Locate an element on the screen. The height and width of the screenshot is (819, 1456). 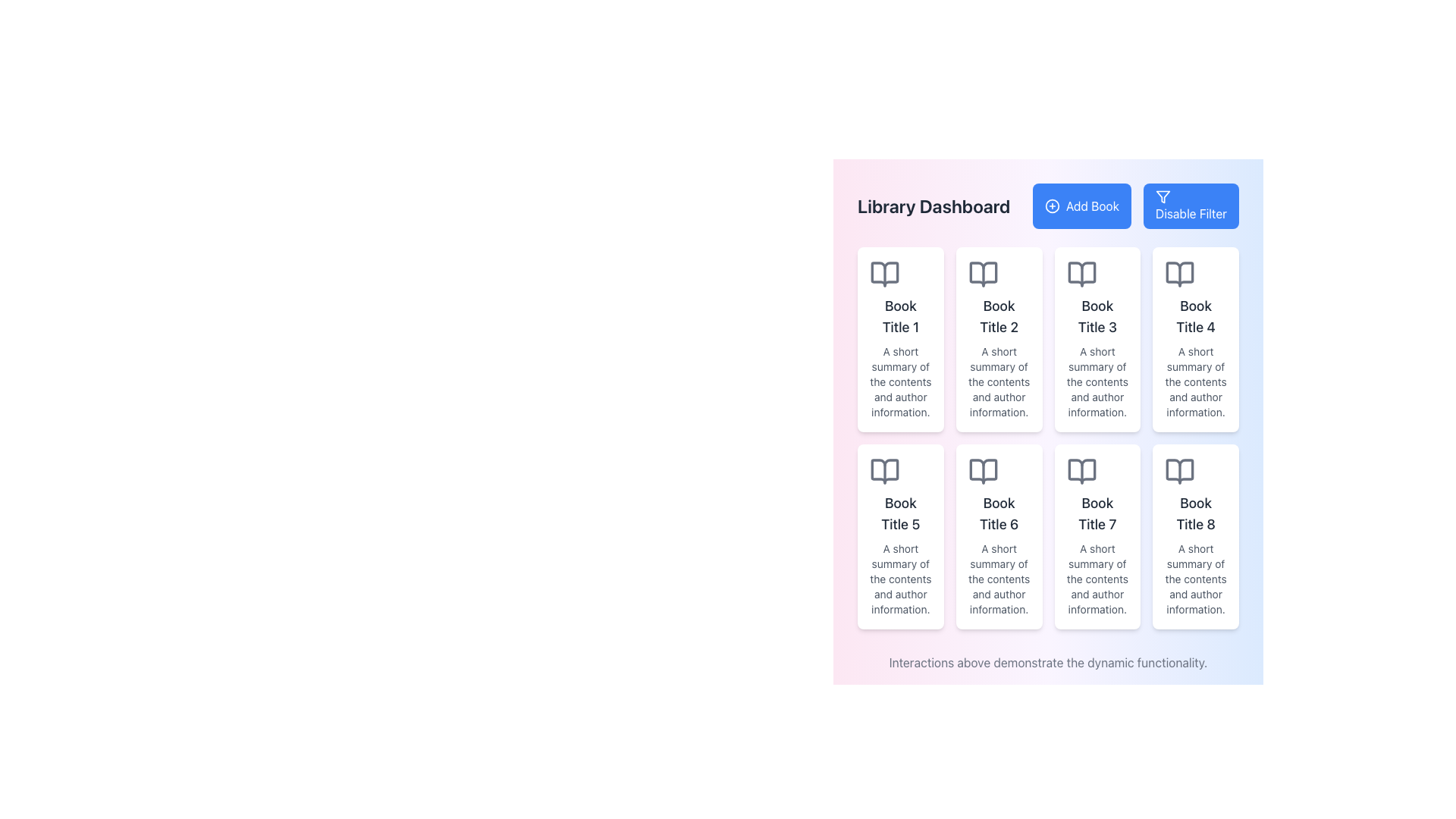
text content of the label displaying 'Book Title 8', which is centrally positioned within a card layout in the last column and last row of the grid is located at coordinates (1195, 513).